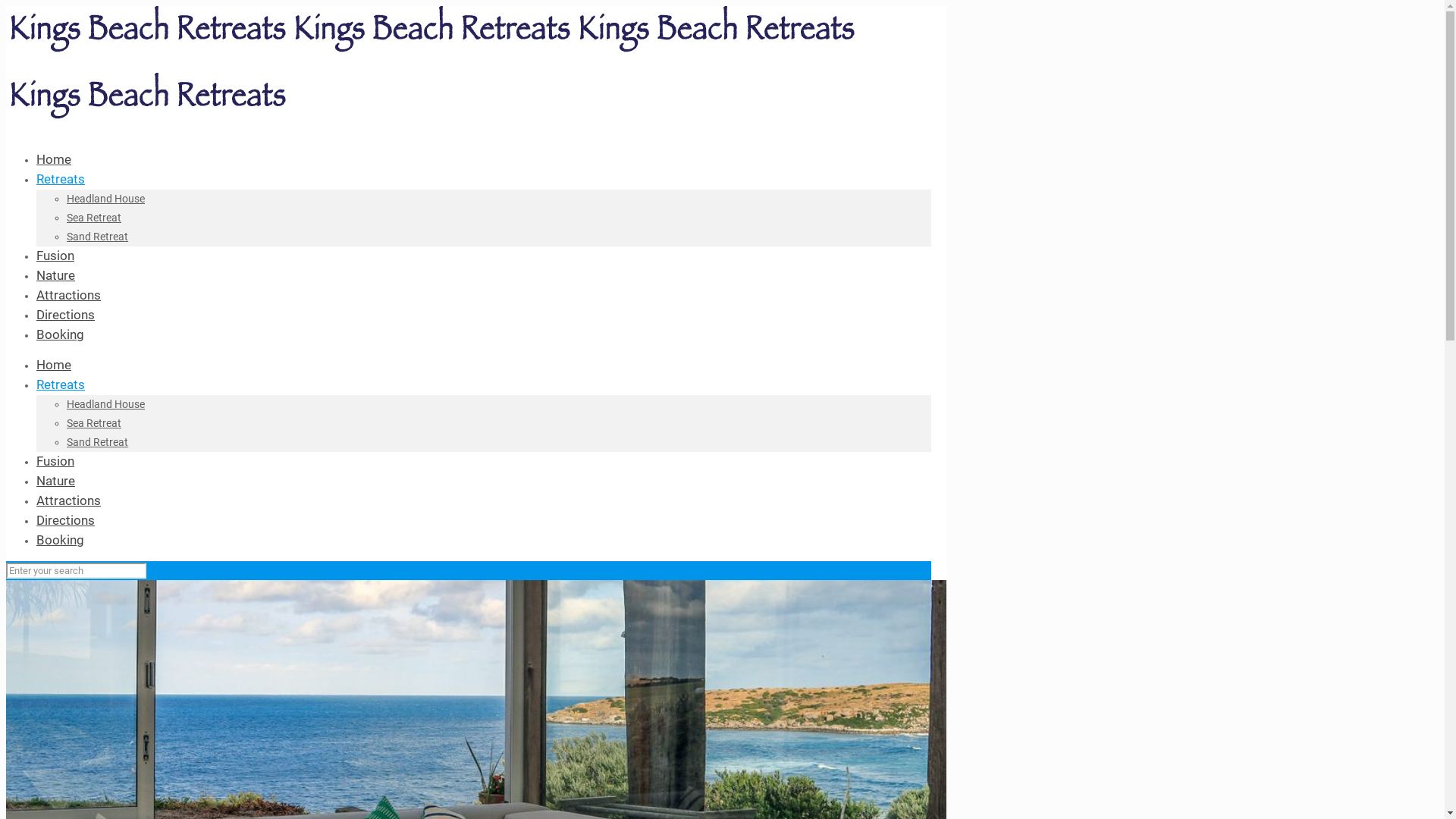 The width and height of the screenshot is (1456, 819). Describe the element at coordinates (64, 519) in the screenshot. I see `'Directions'` at that location.